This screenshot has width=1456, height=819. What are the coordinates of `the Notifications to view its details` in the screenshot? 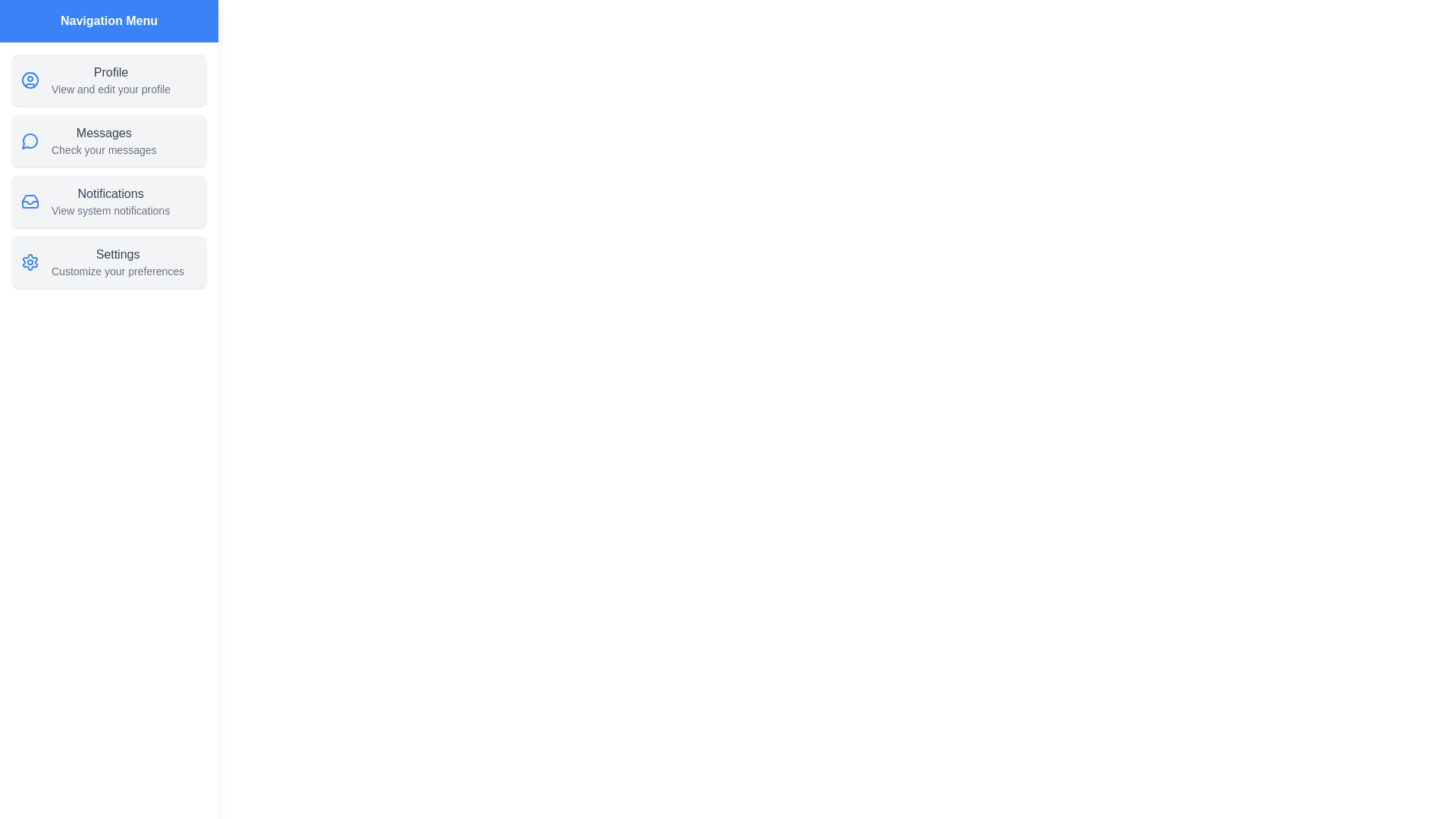 It's located at (108, 201).